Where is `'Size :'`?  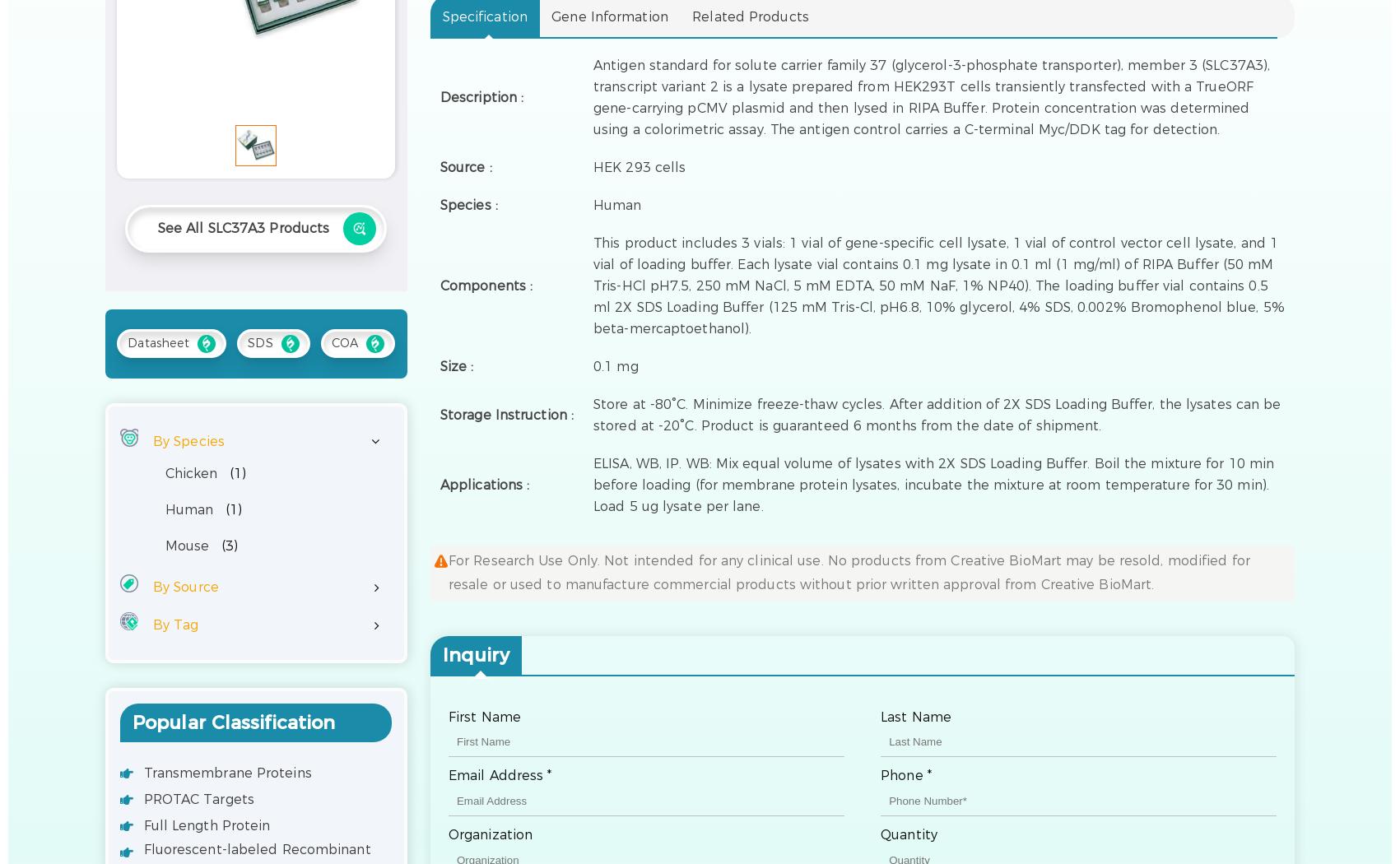 'Size :' is located at coordinates (456, 365).